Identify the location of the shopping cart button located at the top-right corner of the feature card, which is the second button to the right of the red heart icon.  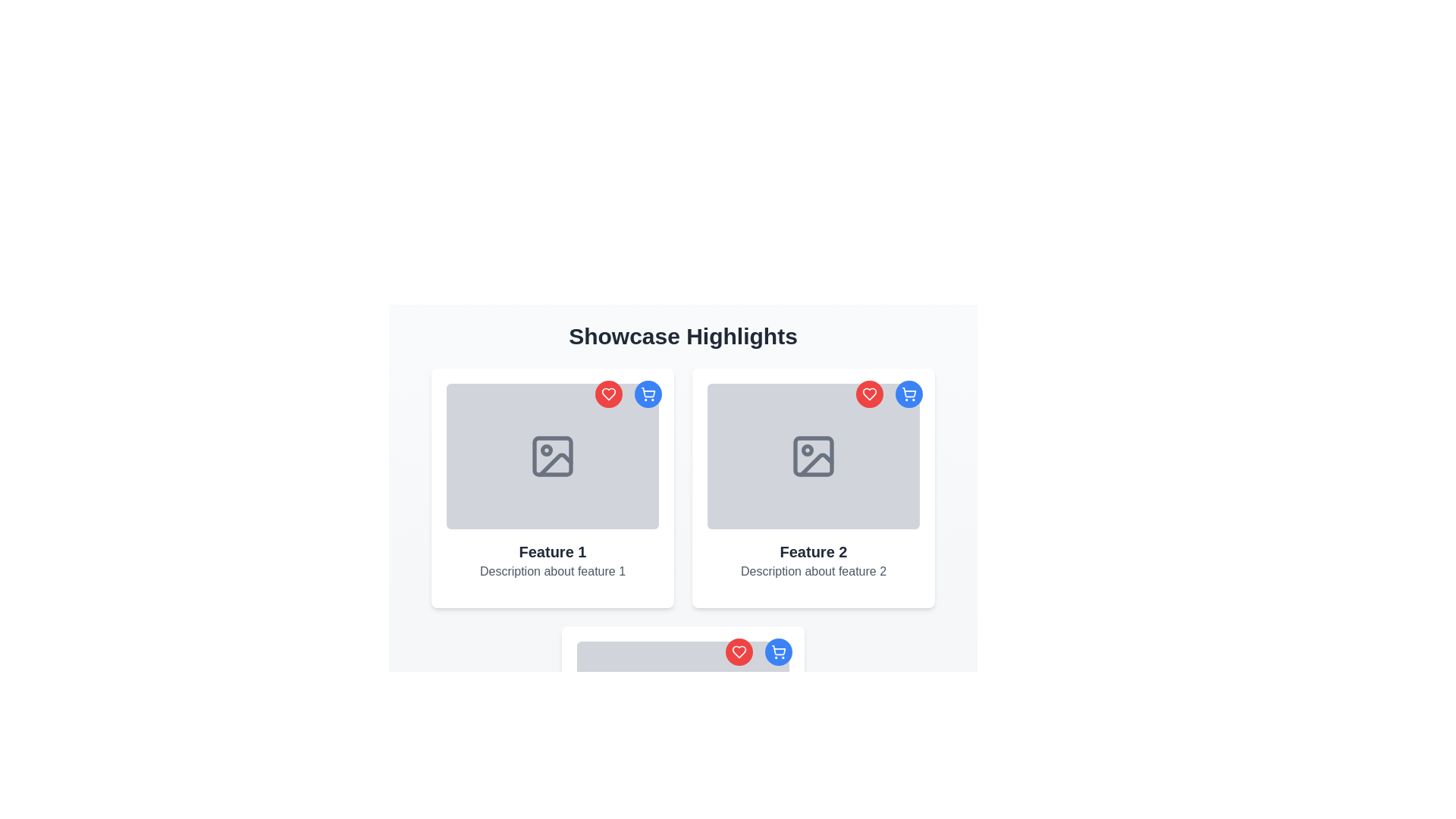
(779, 651).